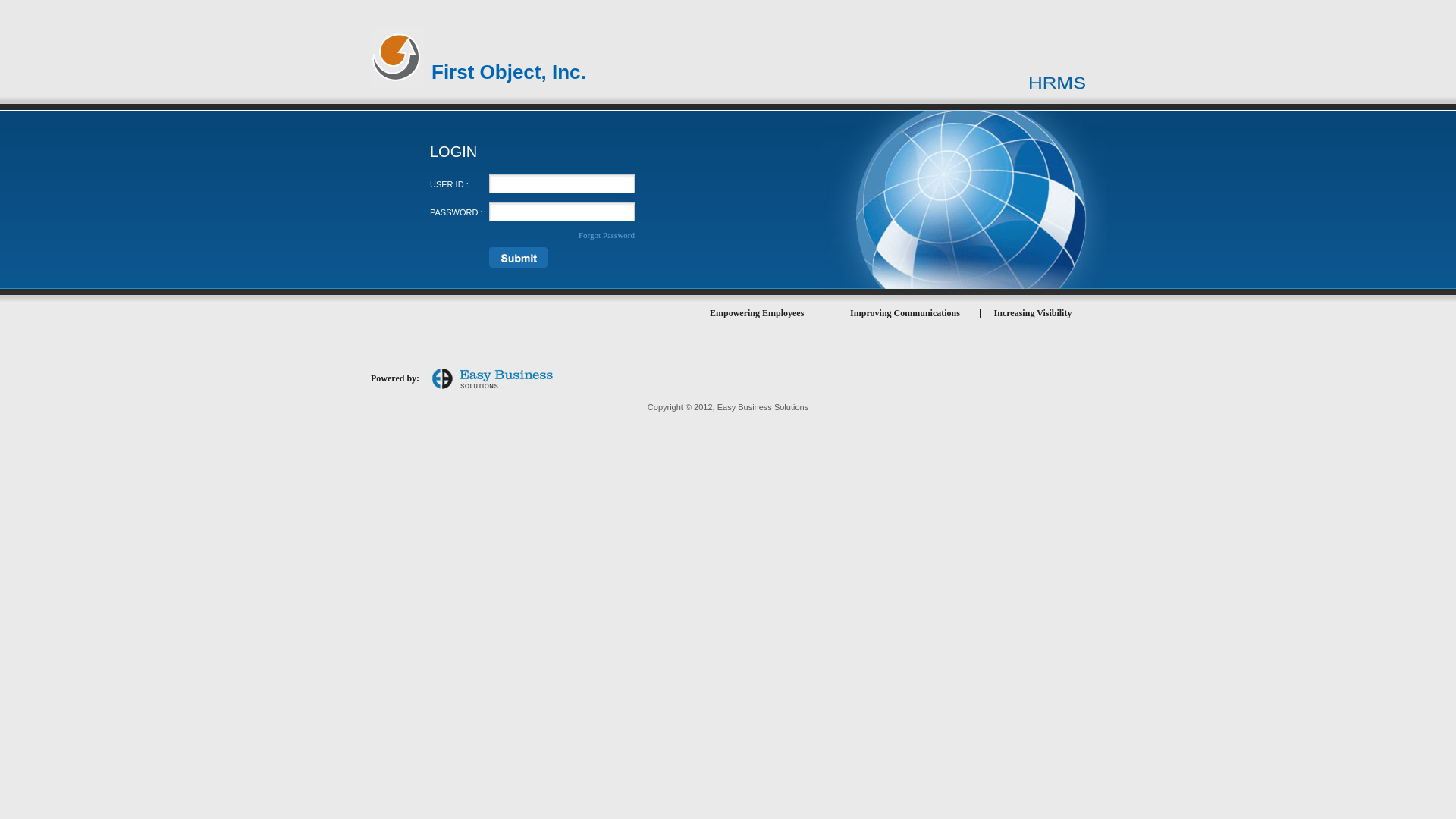  Describe the element at coordinates (607, 234) in the screenshot. I see `'Forgot Password'` at that location.